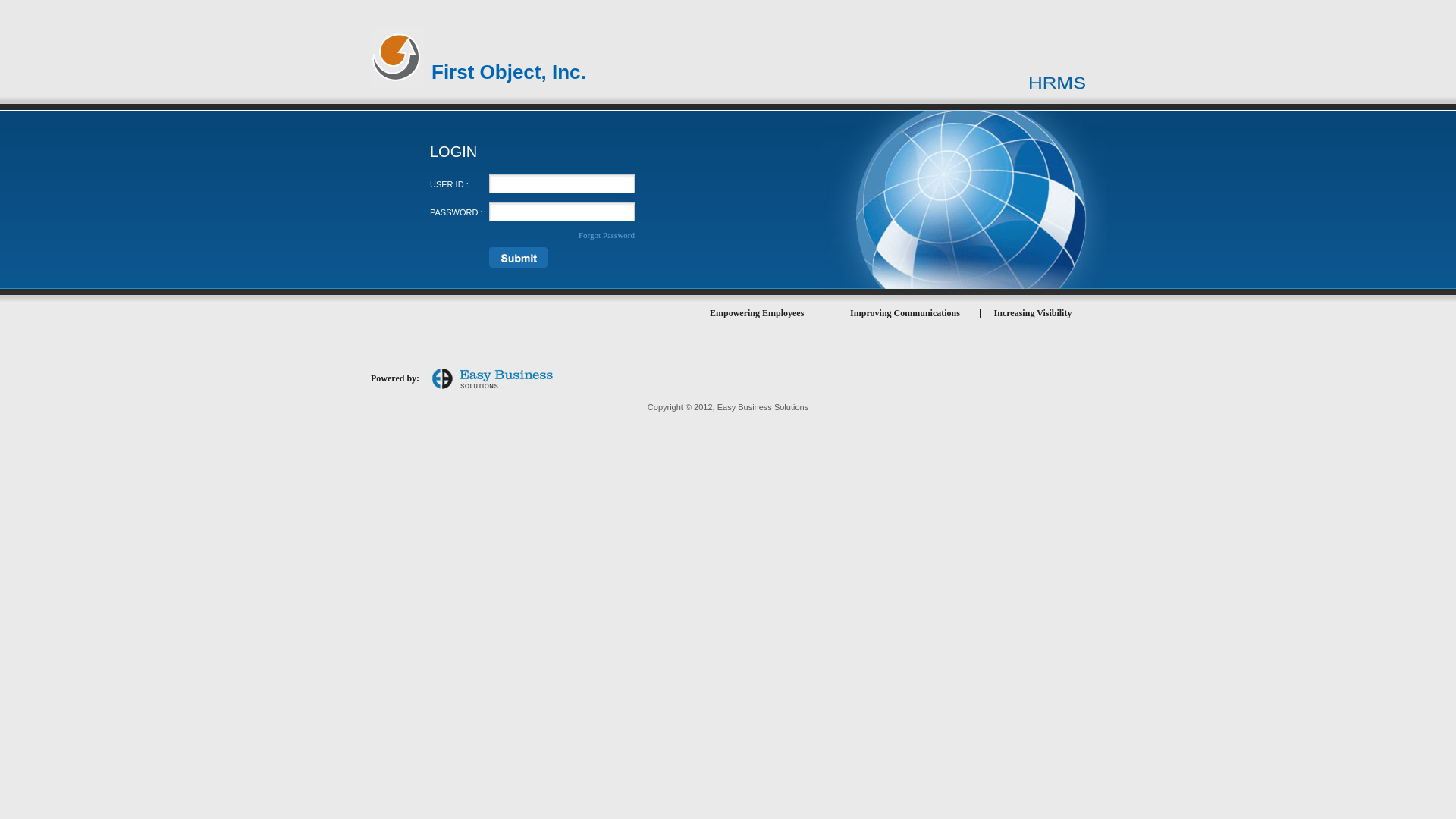  Describe the element at coordinates (607, 234) in the screenshot. I see `'Forgot Password'` at that location.